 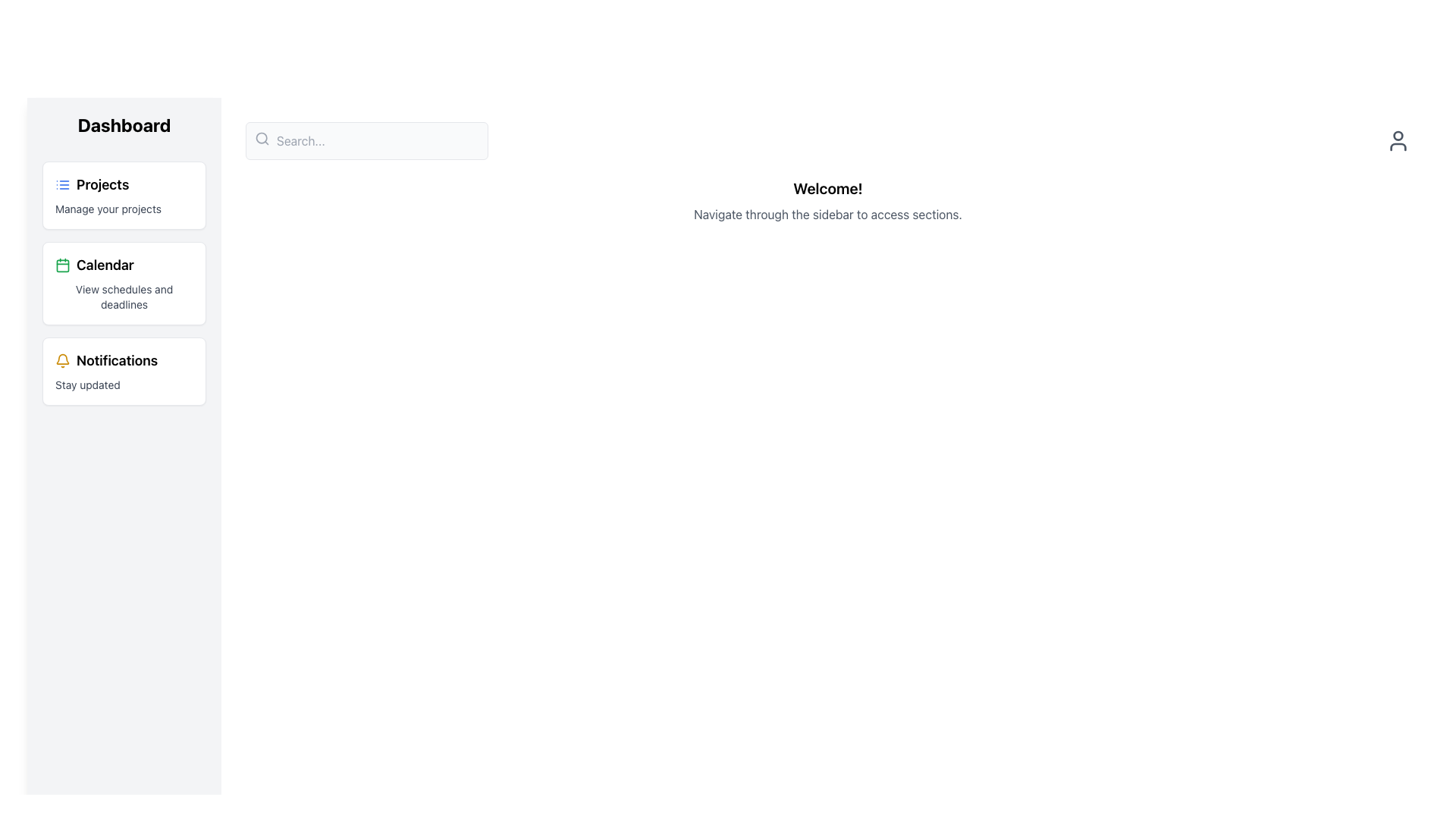 I want to click on the 'Projects' card, which is the top card in the sidebar, featuring a blue list icon and a bold heading, so click(x=124, y=195).